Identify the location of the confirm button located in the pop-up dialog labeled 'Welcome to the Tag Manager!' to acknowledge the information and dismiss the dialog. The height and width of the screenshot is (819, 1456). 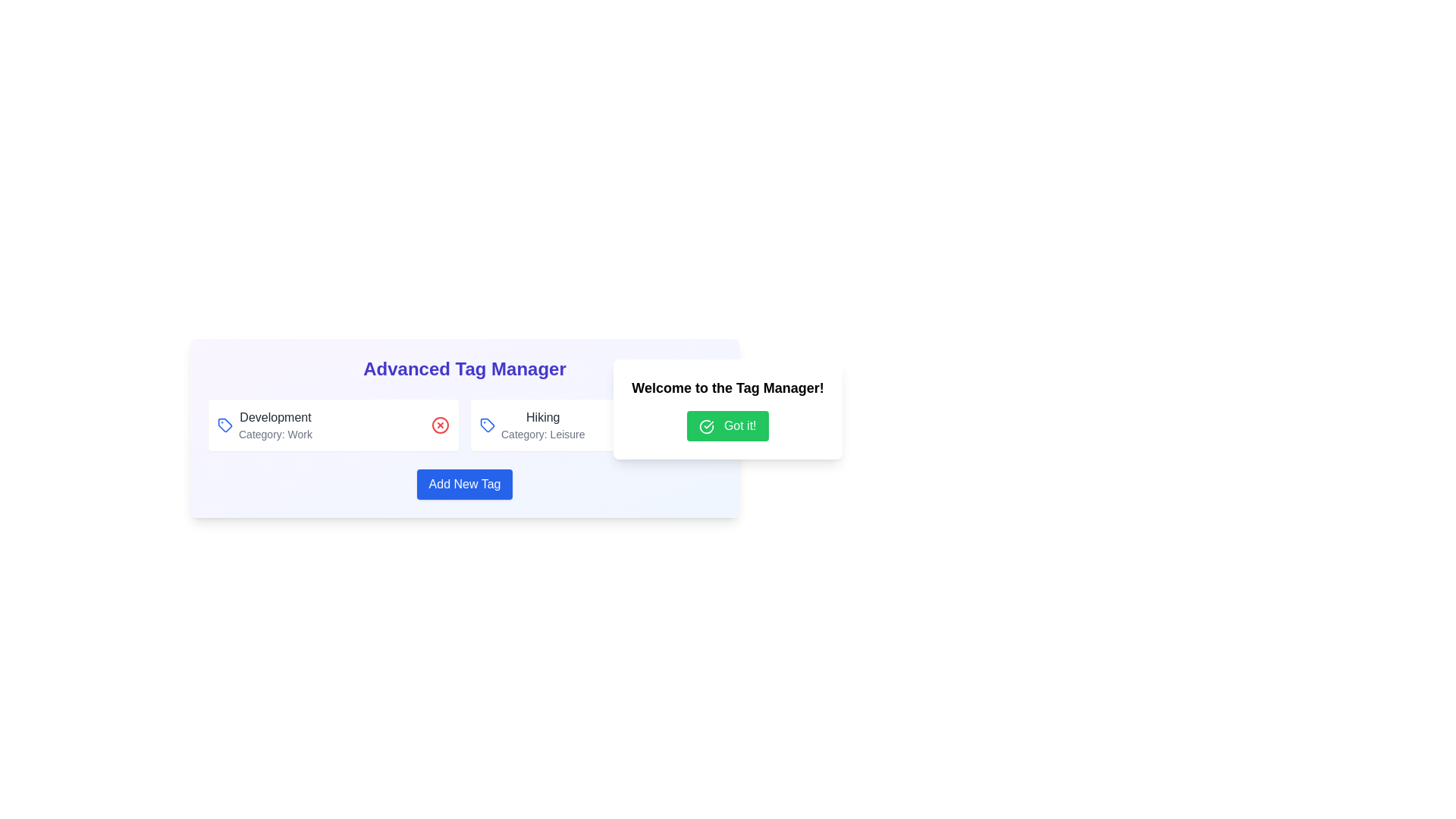
(728, 426).